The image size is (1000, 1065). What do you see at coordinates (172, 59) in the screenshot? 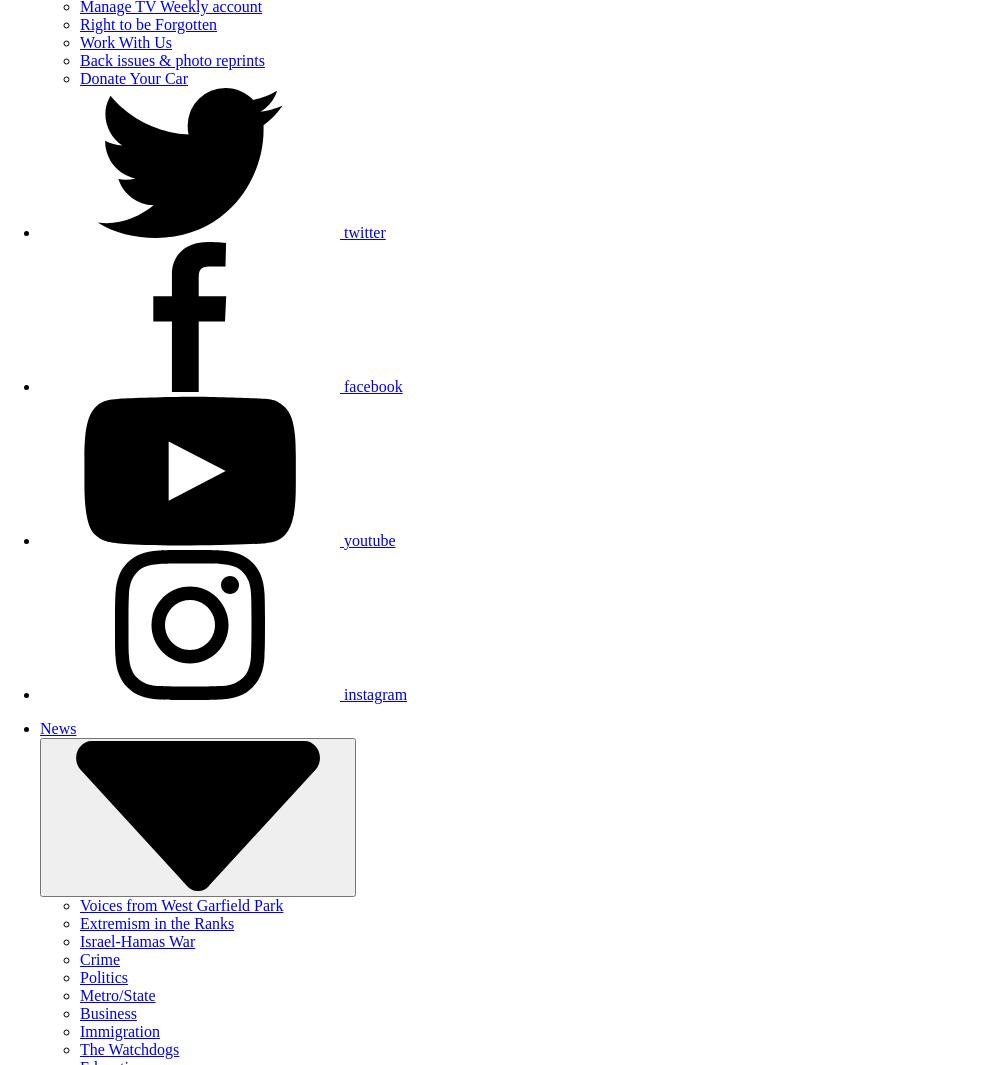
I see `'Back issues & photo reprints'` at bounding box center [172, 59].